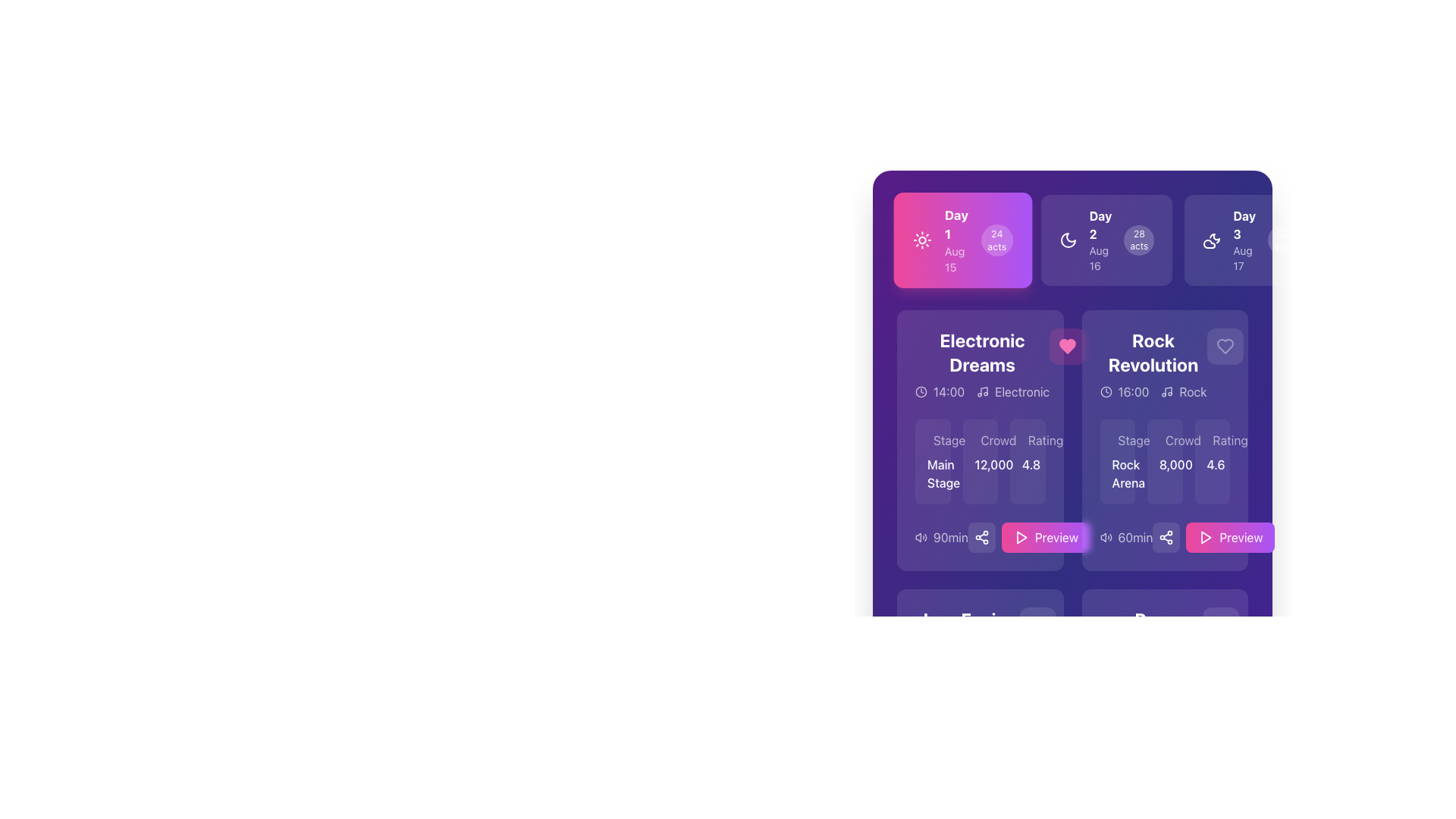  Describe the element at coordinates (1182, 718) in the screenshot. I see `the 'Crowd' text label` at that location.